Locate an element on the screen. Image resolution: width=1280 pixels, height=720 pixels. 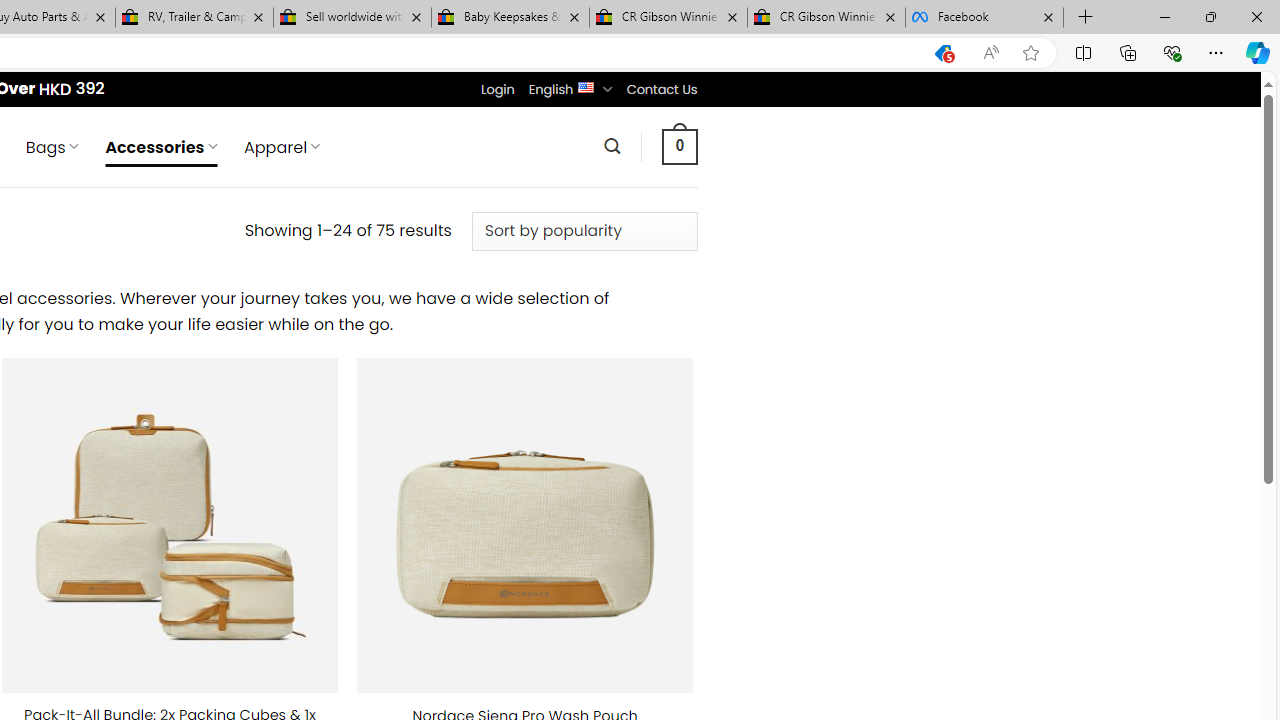
'English' is located at coordinates (585, 85).